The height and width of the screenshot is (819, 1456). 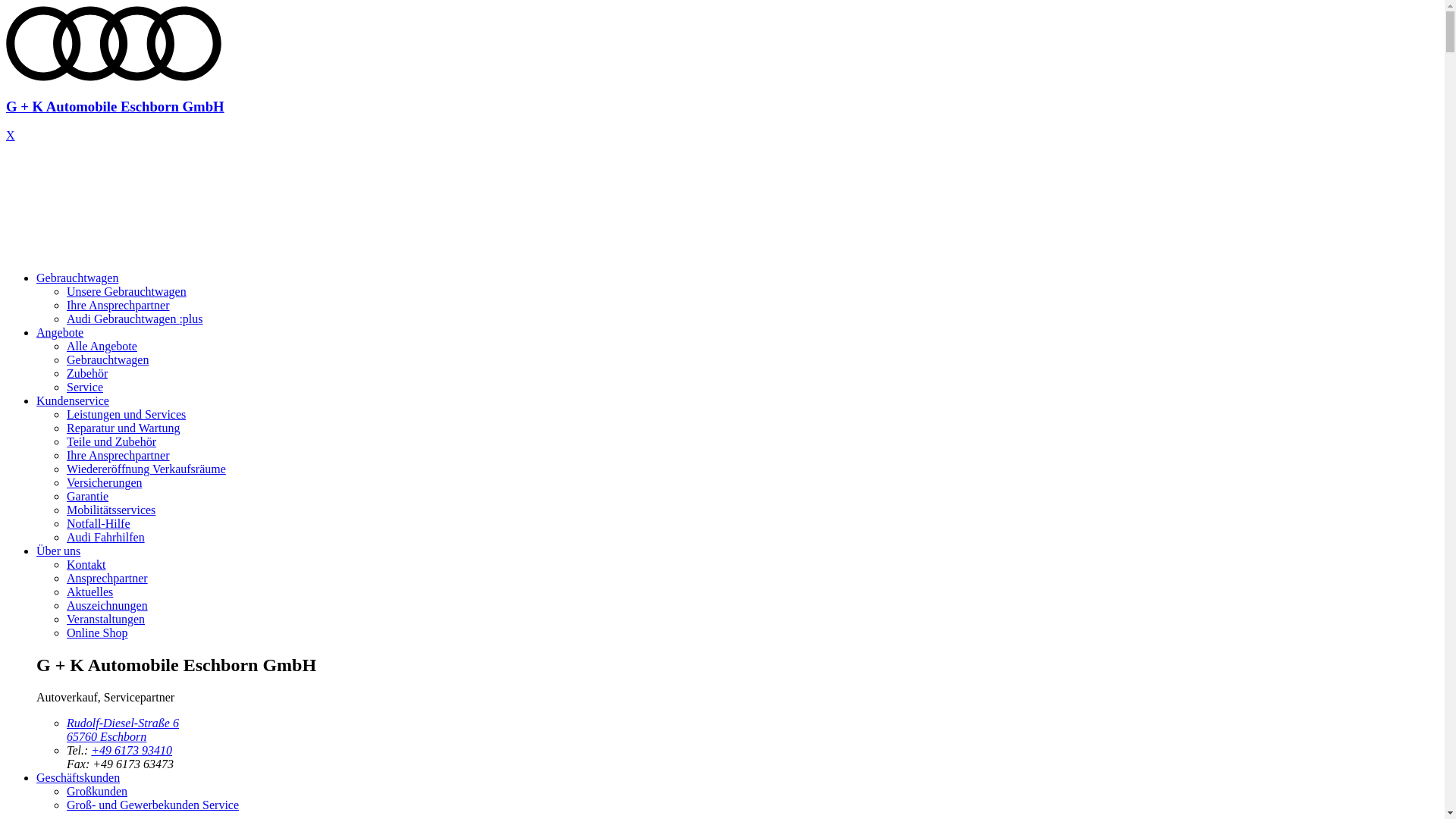 What do you see at coordinates (65, 346) in the screenshot?
I see `'Alle Angebote'` at bounding box center [65, 346].